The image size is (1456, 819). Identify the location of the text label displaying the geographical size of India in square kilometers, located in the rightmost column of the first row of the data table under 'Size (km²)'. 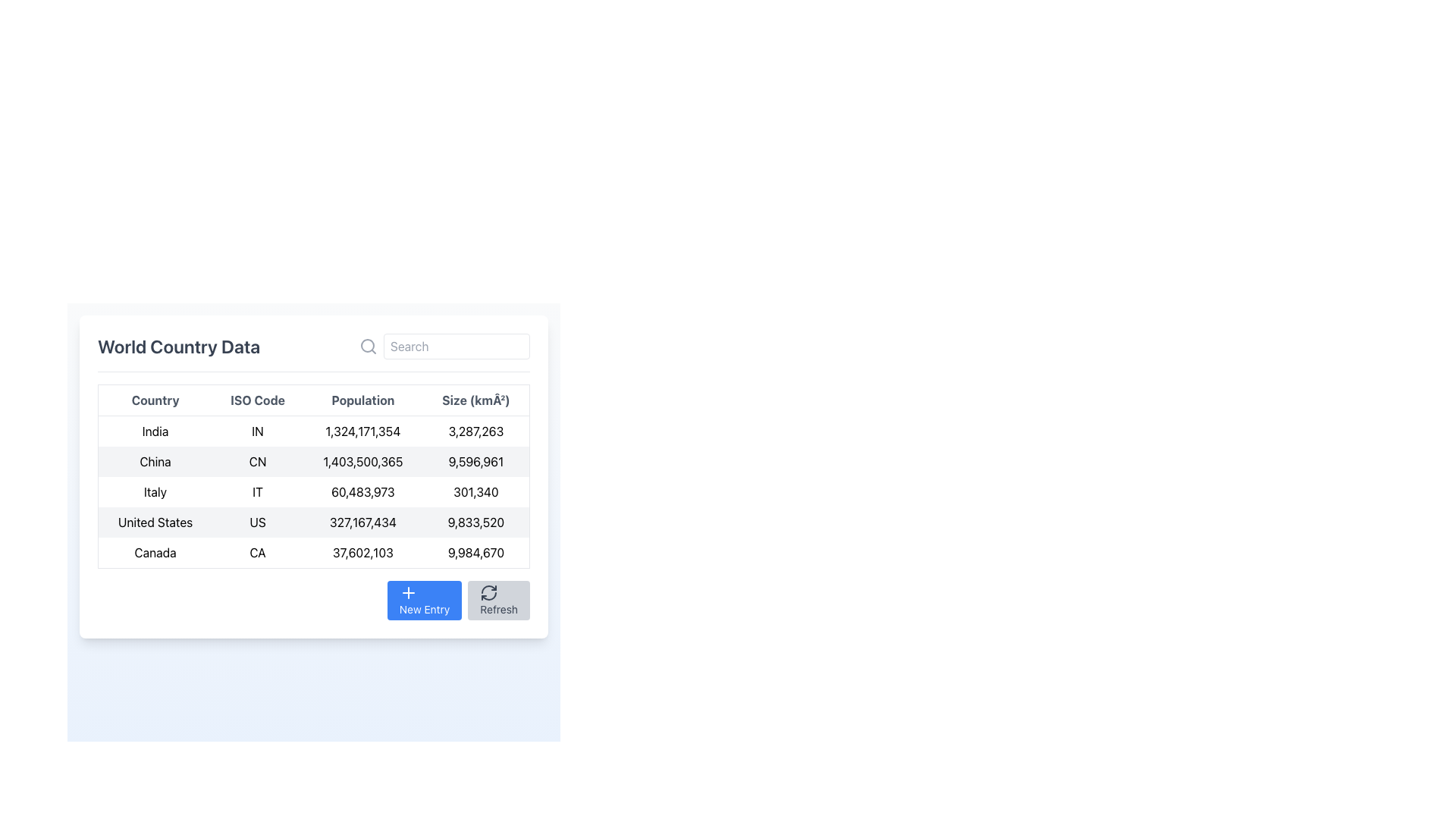
(475, 431).